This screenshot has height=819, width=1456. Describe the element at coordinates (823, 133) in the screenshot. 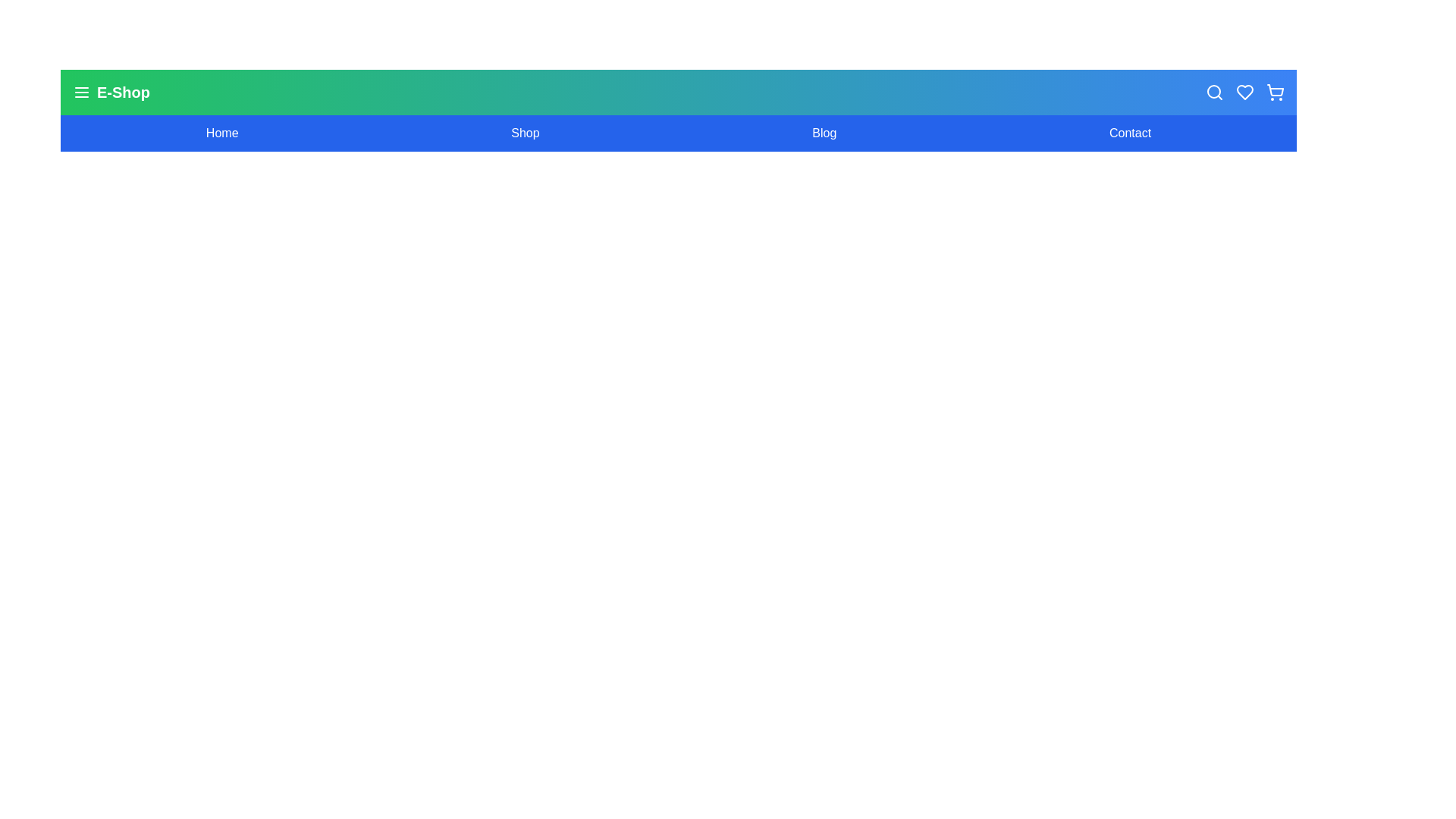

I see `the navigation link Blog` at that location.